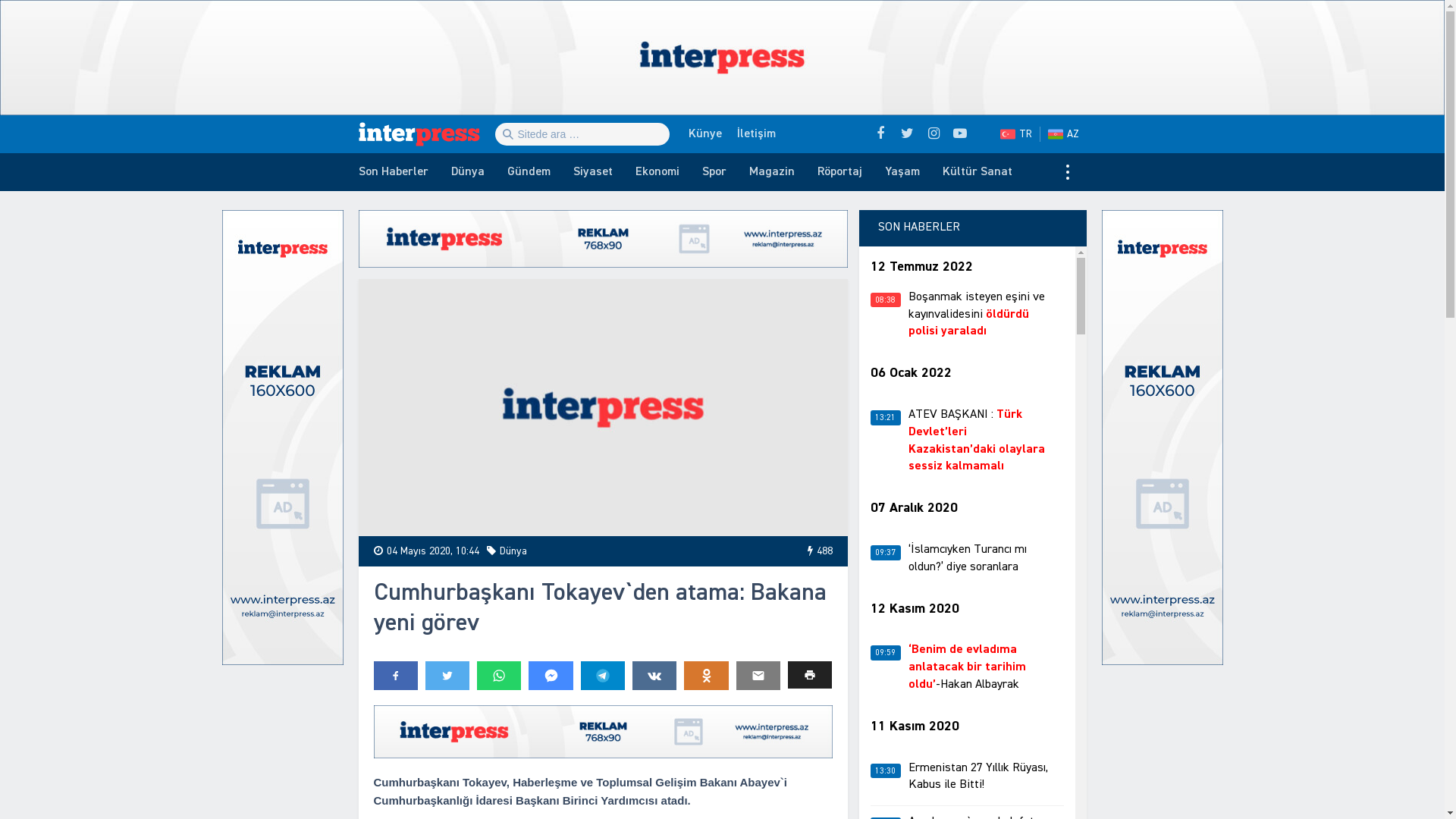  Describe the element at coordinates (549, 675) in the screenshot. I see `'Share: Messenger'` at that location.